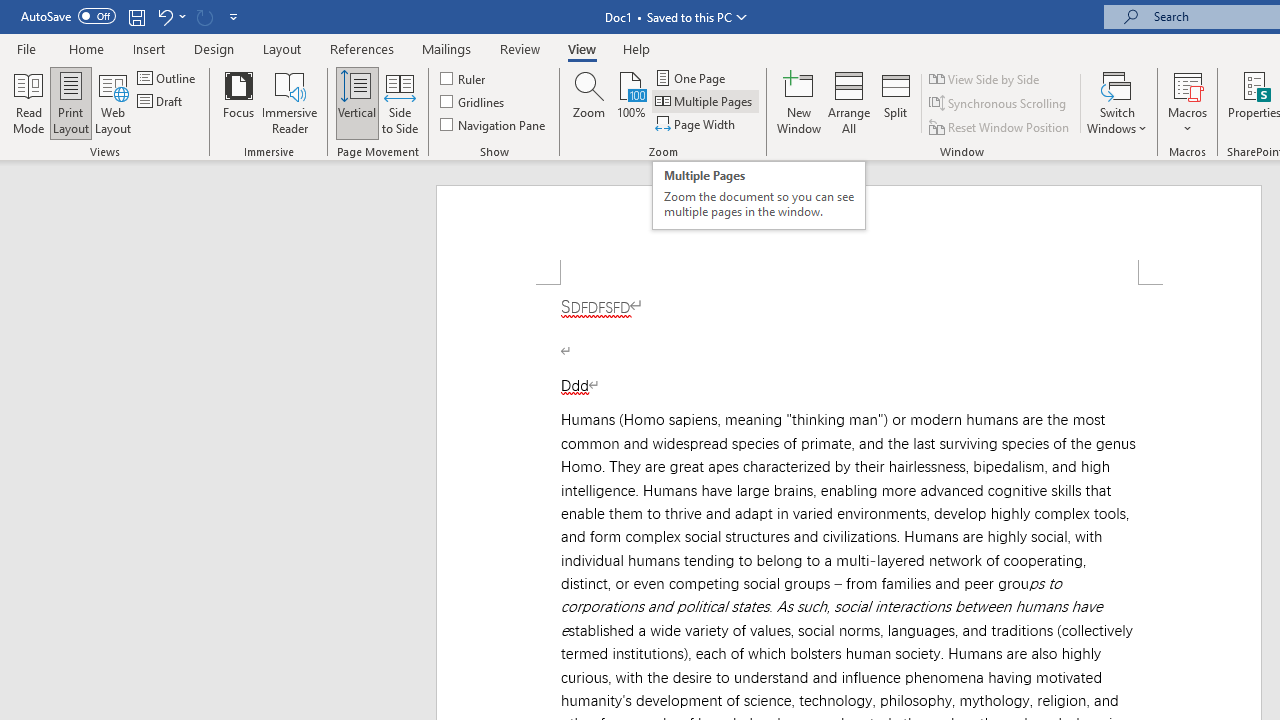 This screenshot has width=1280, height=720. What do you see at coordinates (1000, 127) in the screenshot?
I see `'Reset Window Position'` at bounding box center [1000, 127].